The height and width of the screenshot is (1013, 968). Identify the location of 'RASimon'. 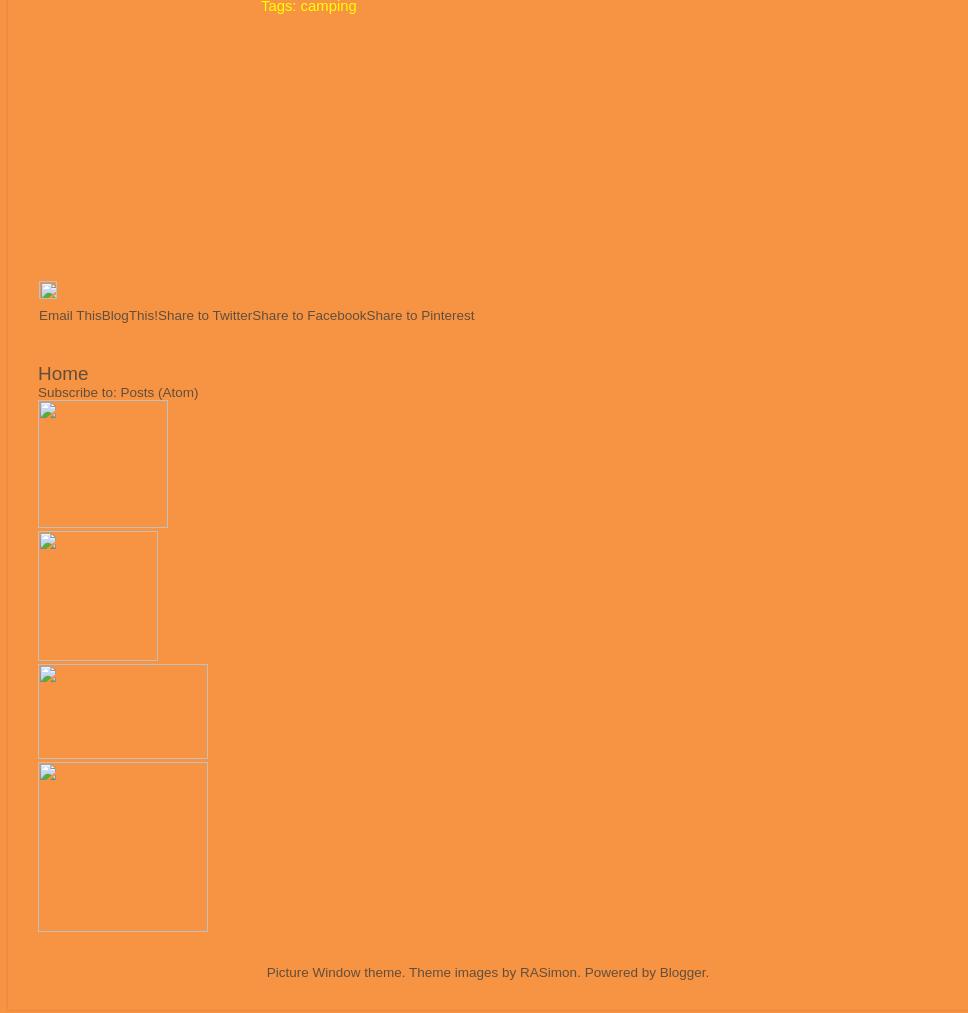
(547, 972).